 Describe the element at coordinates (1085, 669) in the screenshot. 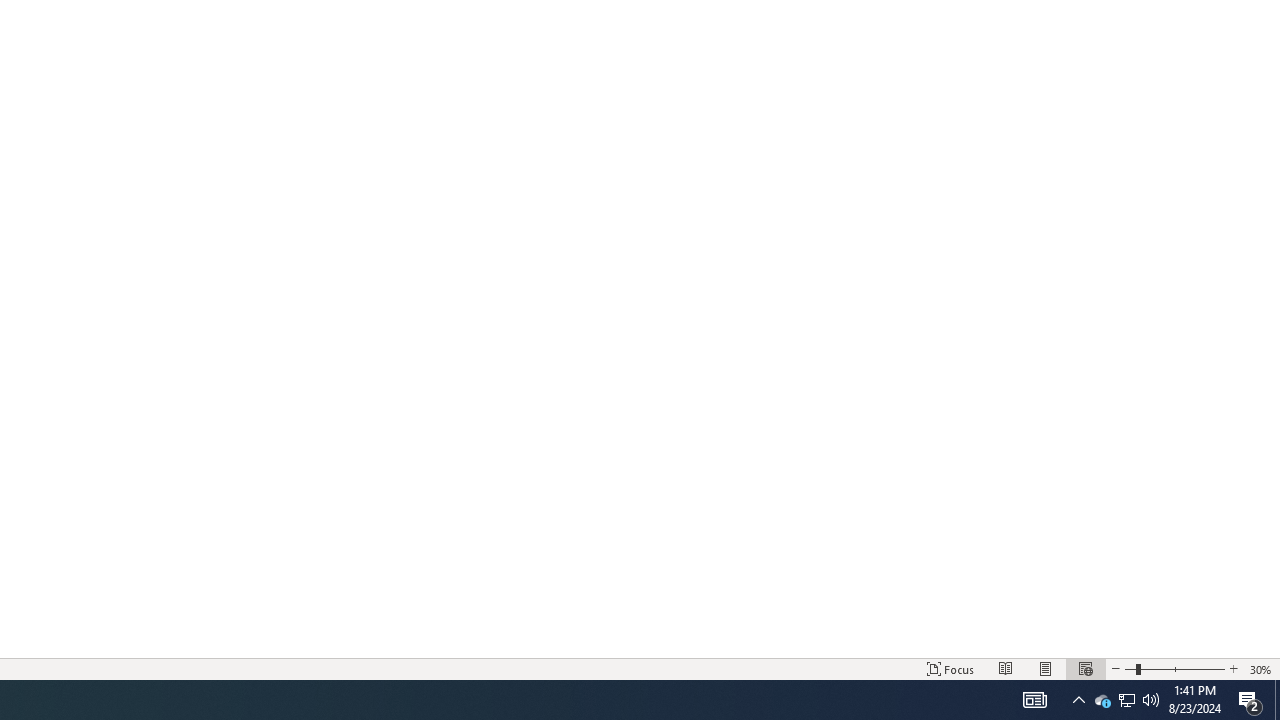

I see `'Web Layout'` at that location.